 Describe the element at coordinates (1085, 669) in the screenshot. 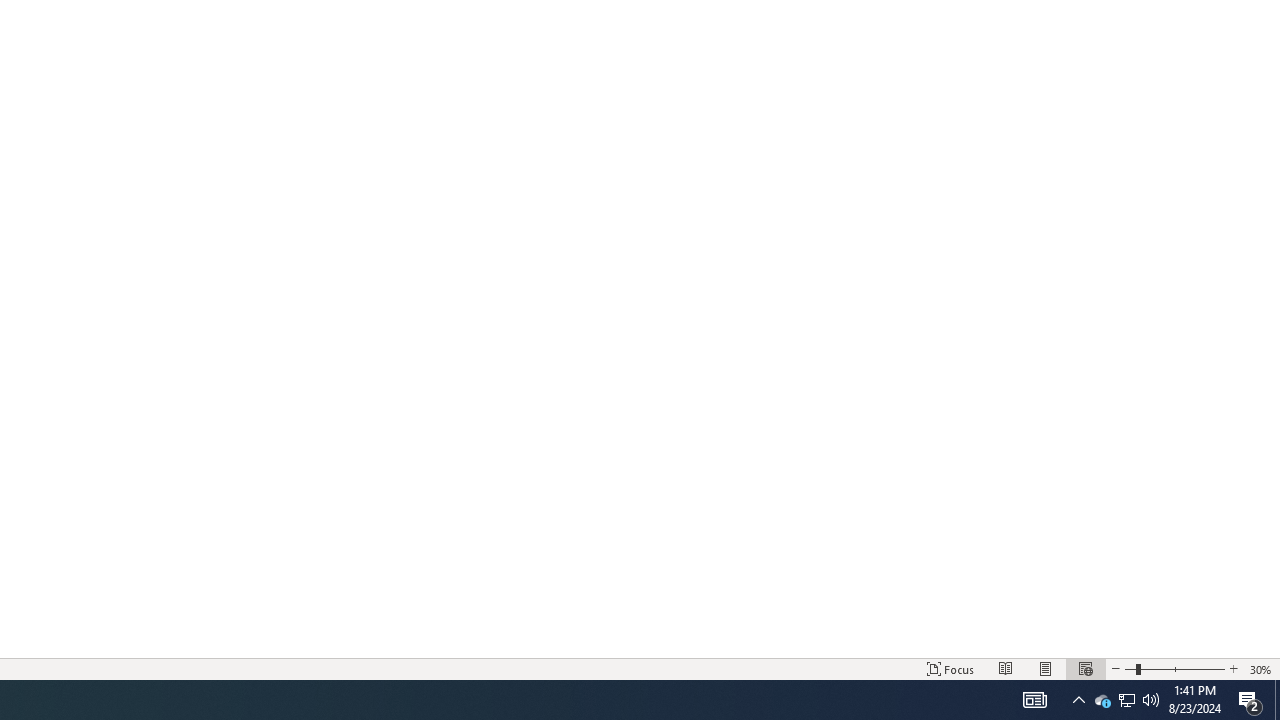

I see `'Web Layout'` at that location.